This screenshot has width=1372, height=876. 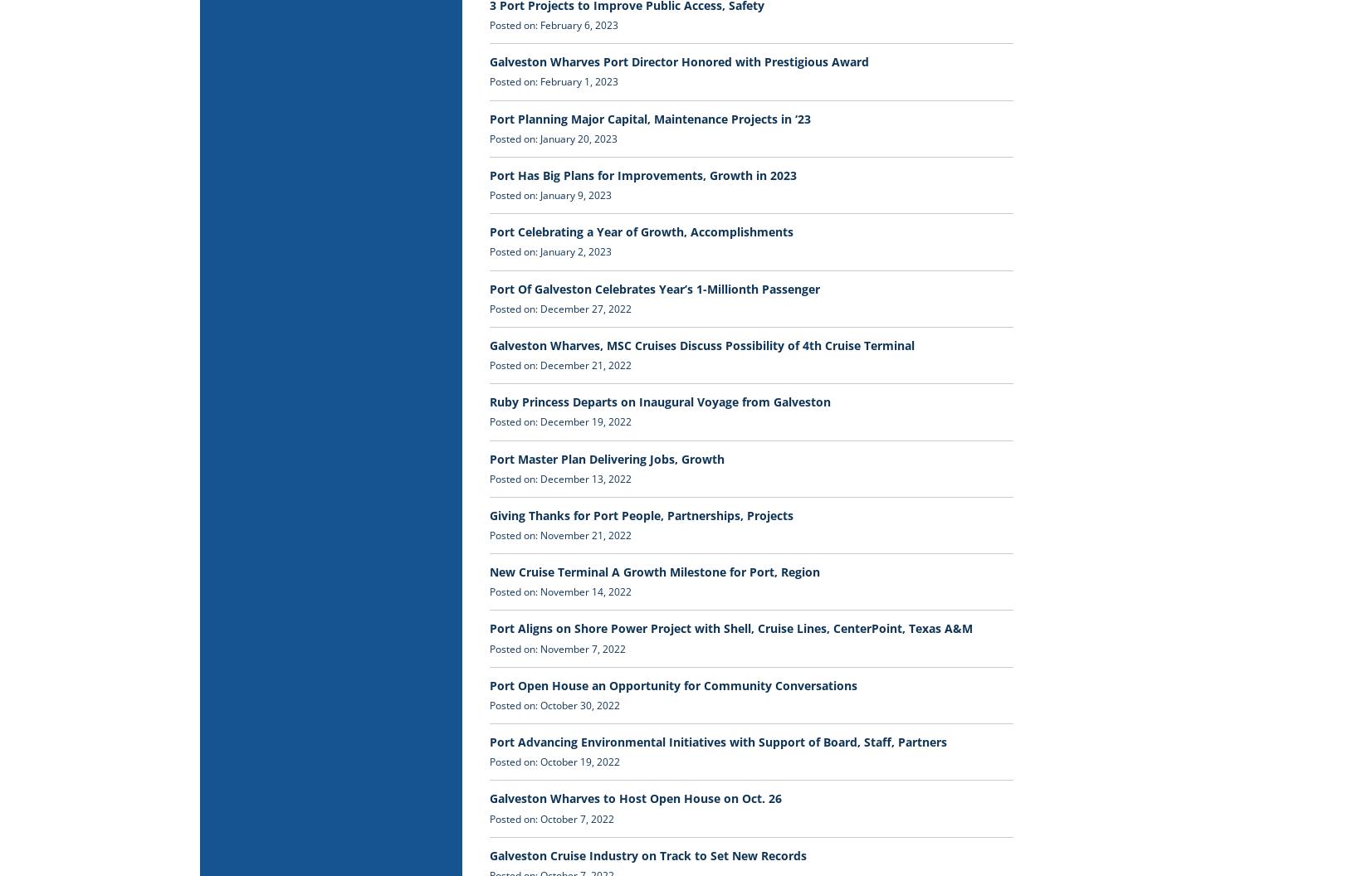 What do you see at coordinates (553, 25) in the screenshot?
I see `'Posted on: February 6, 2023'` at bounding box center [553, 25].